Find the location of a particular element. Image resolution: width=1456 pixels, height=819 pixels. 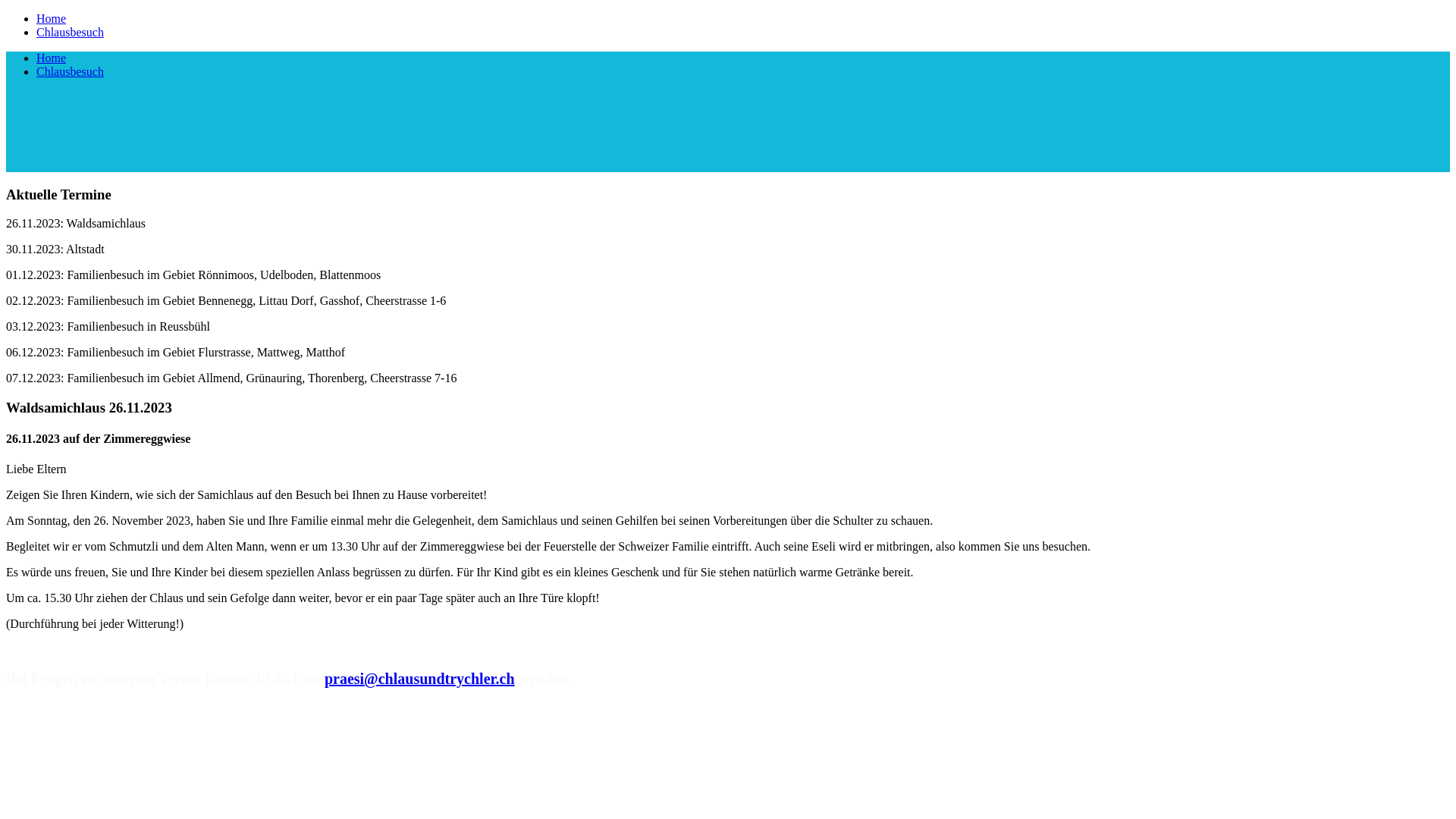

'Chlausbesuch' is located at coordinates (69, 32).